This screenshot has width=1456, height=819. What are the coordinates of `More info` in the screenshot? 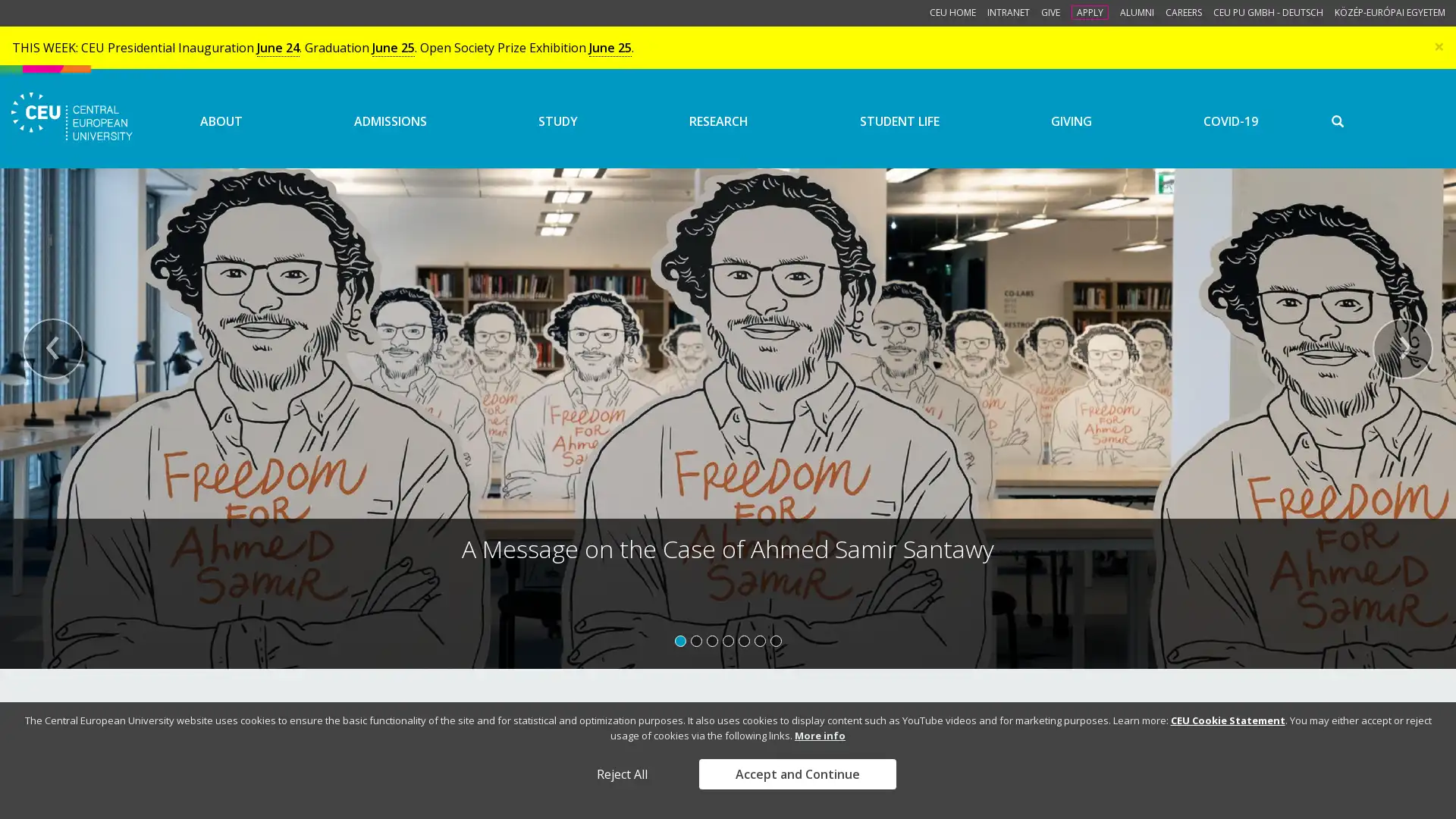 It's located at (819, 734).